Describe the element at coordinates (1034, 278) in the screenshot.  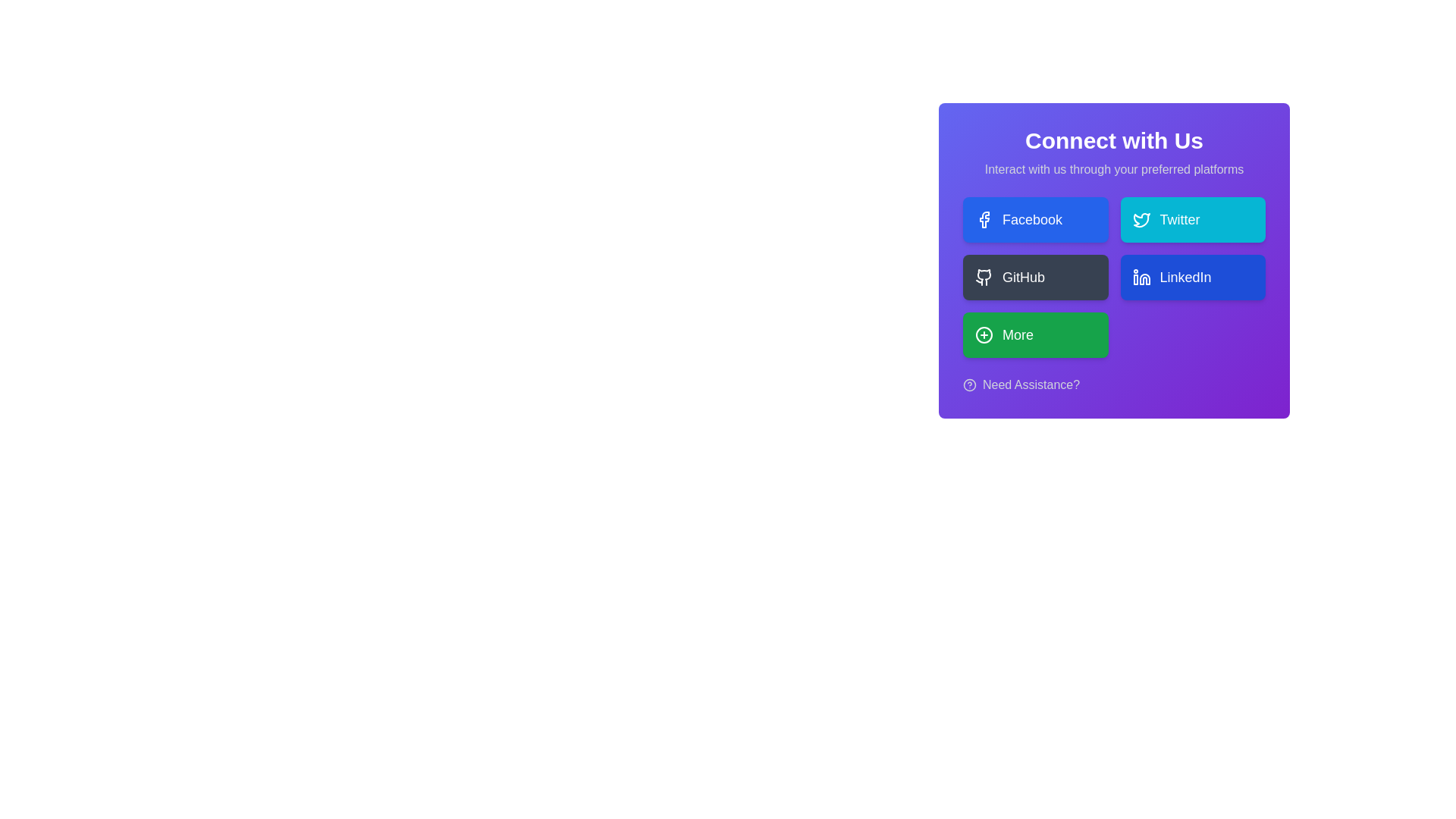
I see `the GitHub button located in the second row and first column of the grid layout` at that location.